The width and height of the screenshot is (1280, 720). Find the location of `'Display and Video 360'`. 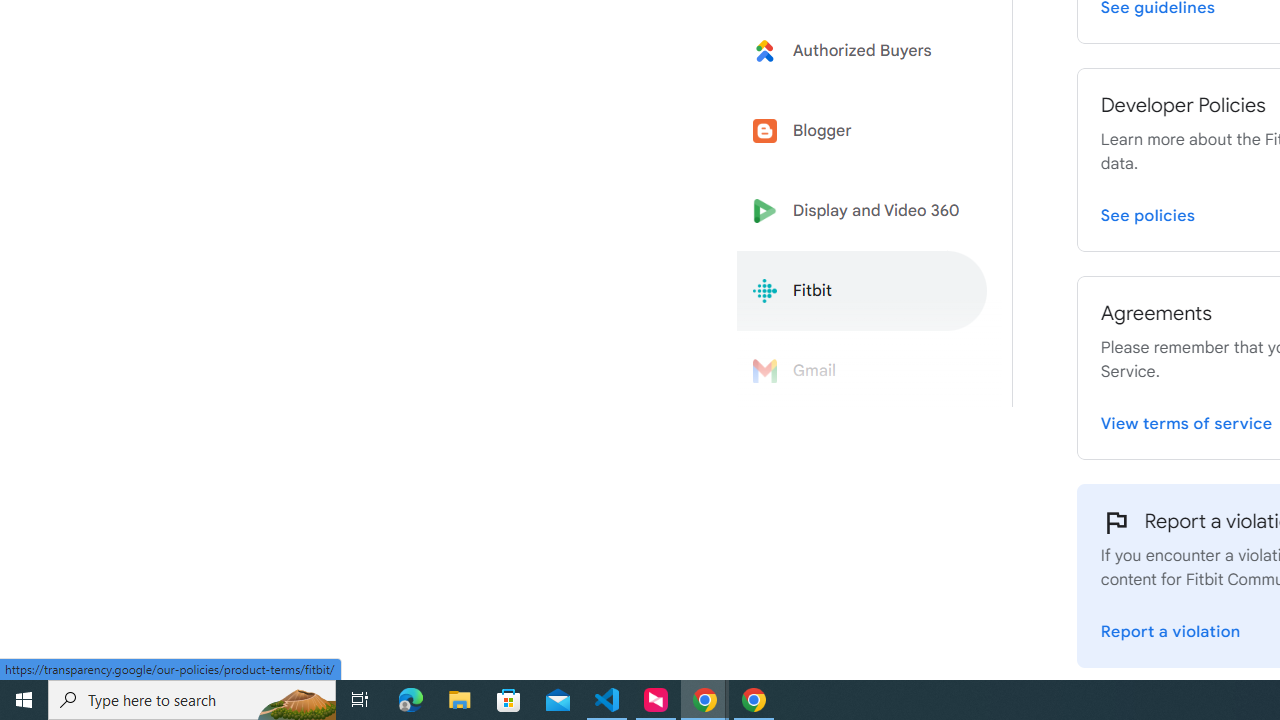

'Display and Video 360' is located at coordinates (862, 211).